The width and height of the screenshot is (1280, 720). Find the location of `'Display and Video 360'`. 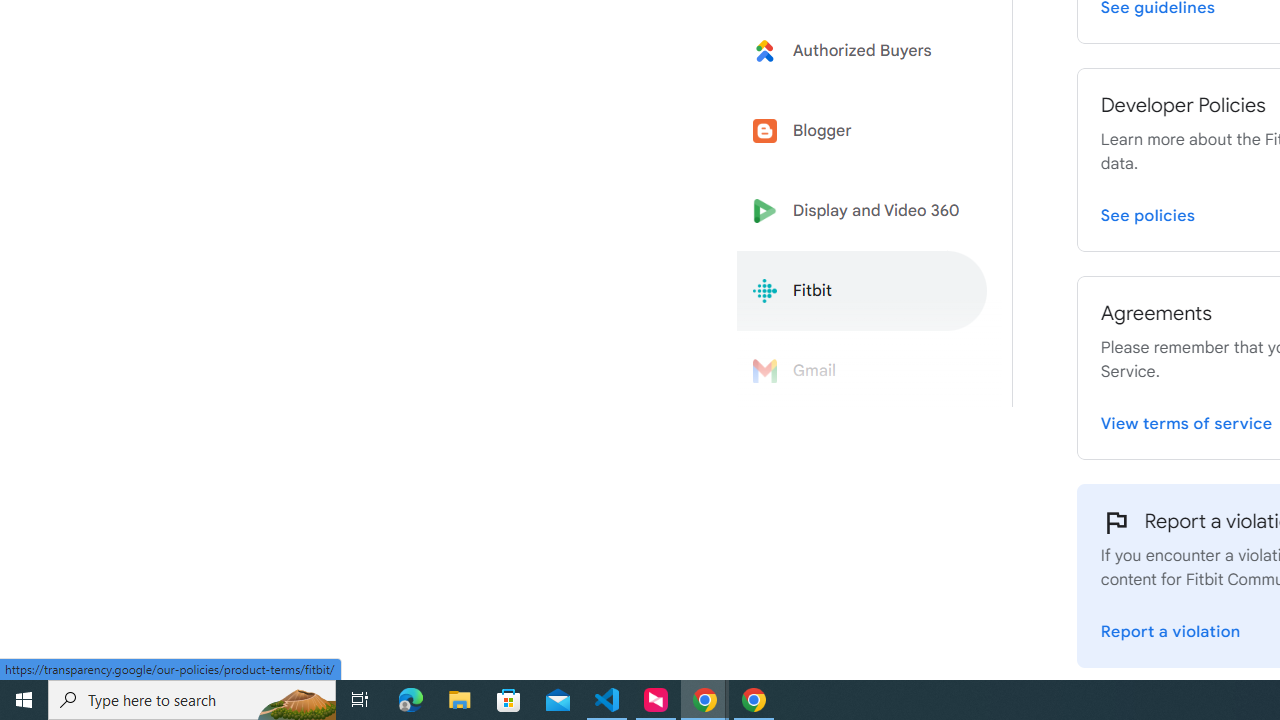

'Display and Video 360' is located at coordinates (862, 211).